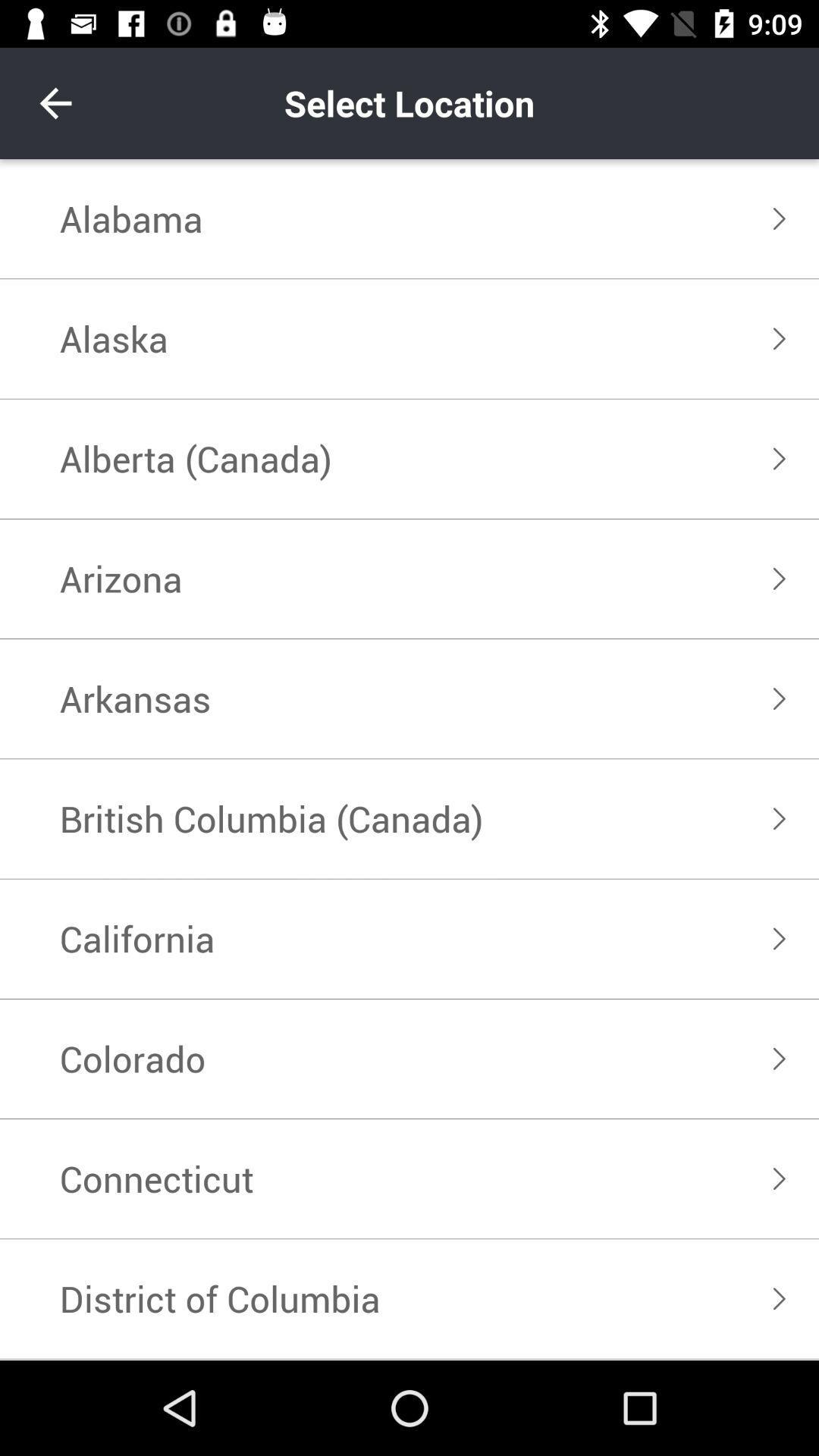 The width and height of the screenshot is (819, 1456). What do you see at coordinates (55, 102) in the screenshot?
I see `item above the alabama item` at bounding box center [55, 102].